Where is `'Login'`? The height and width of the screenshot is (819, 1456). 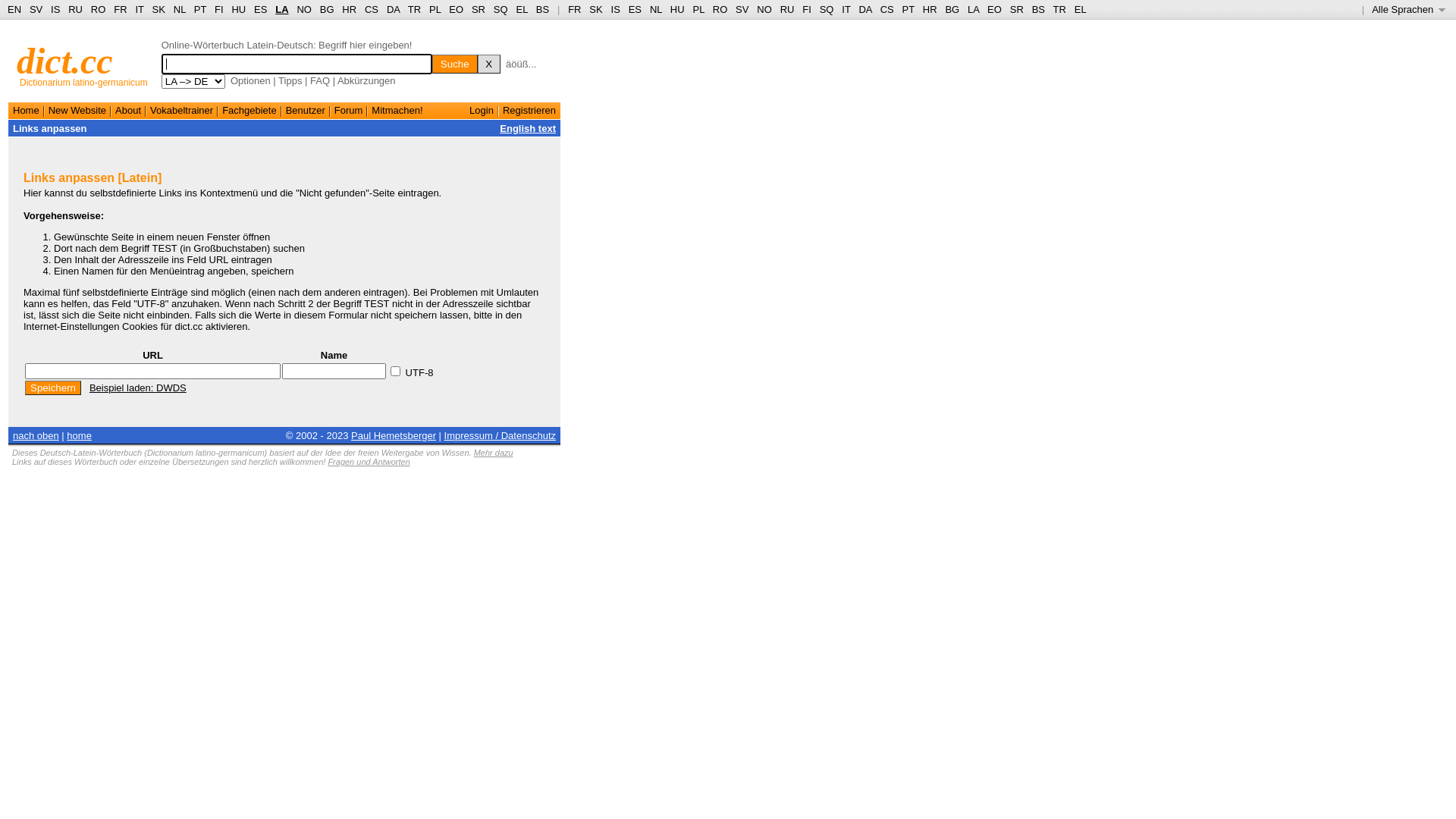 'Login' is located at coordinates (480, 109).